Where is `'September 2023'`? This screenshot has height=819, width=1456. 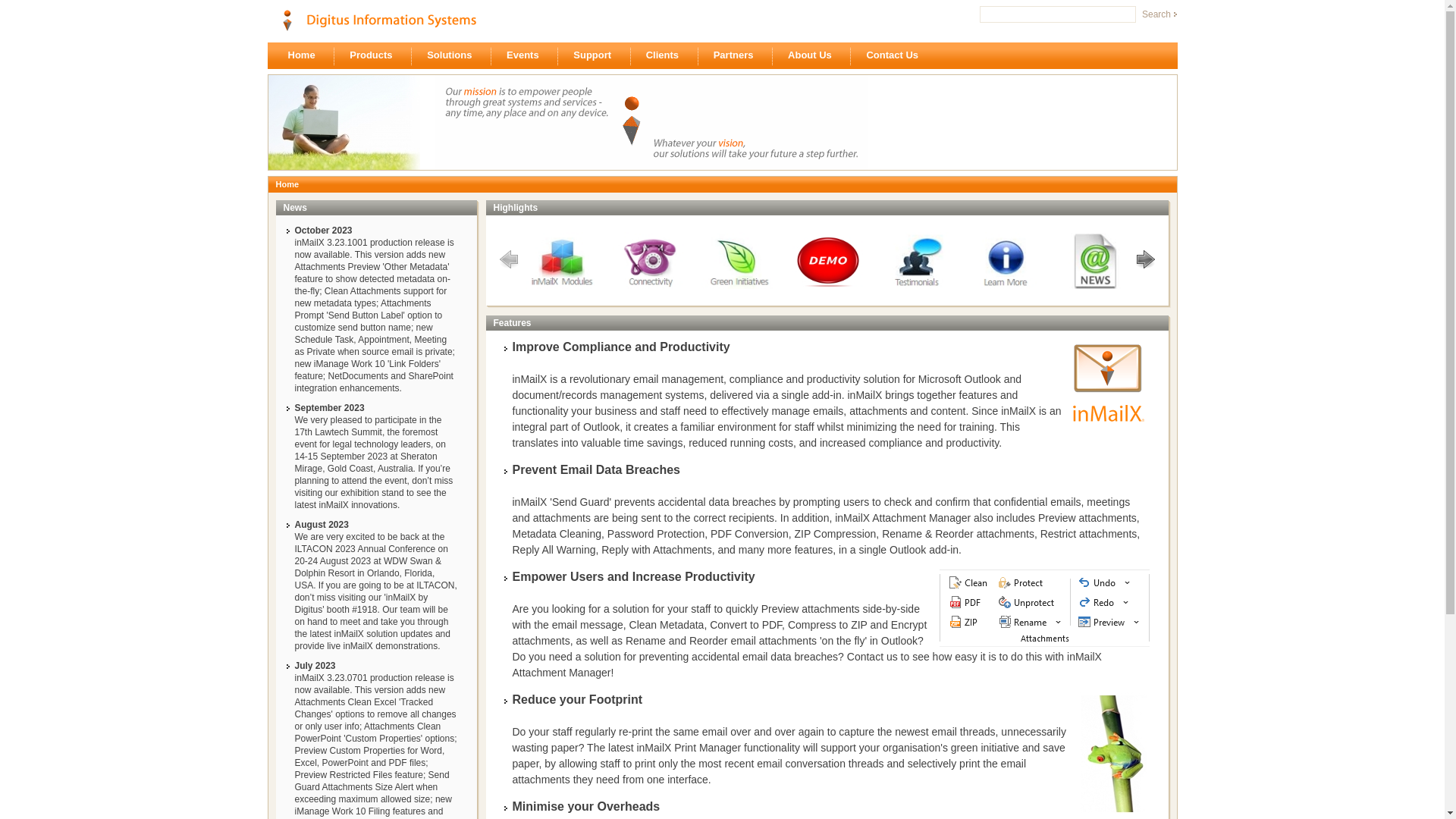 'September 2023' is located at coordinates (328, 406).